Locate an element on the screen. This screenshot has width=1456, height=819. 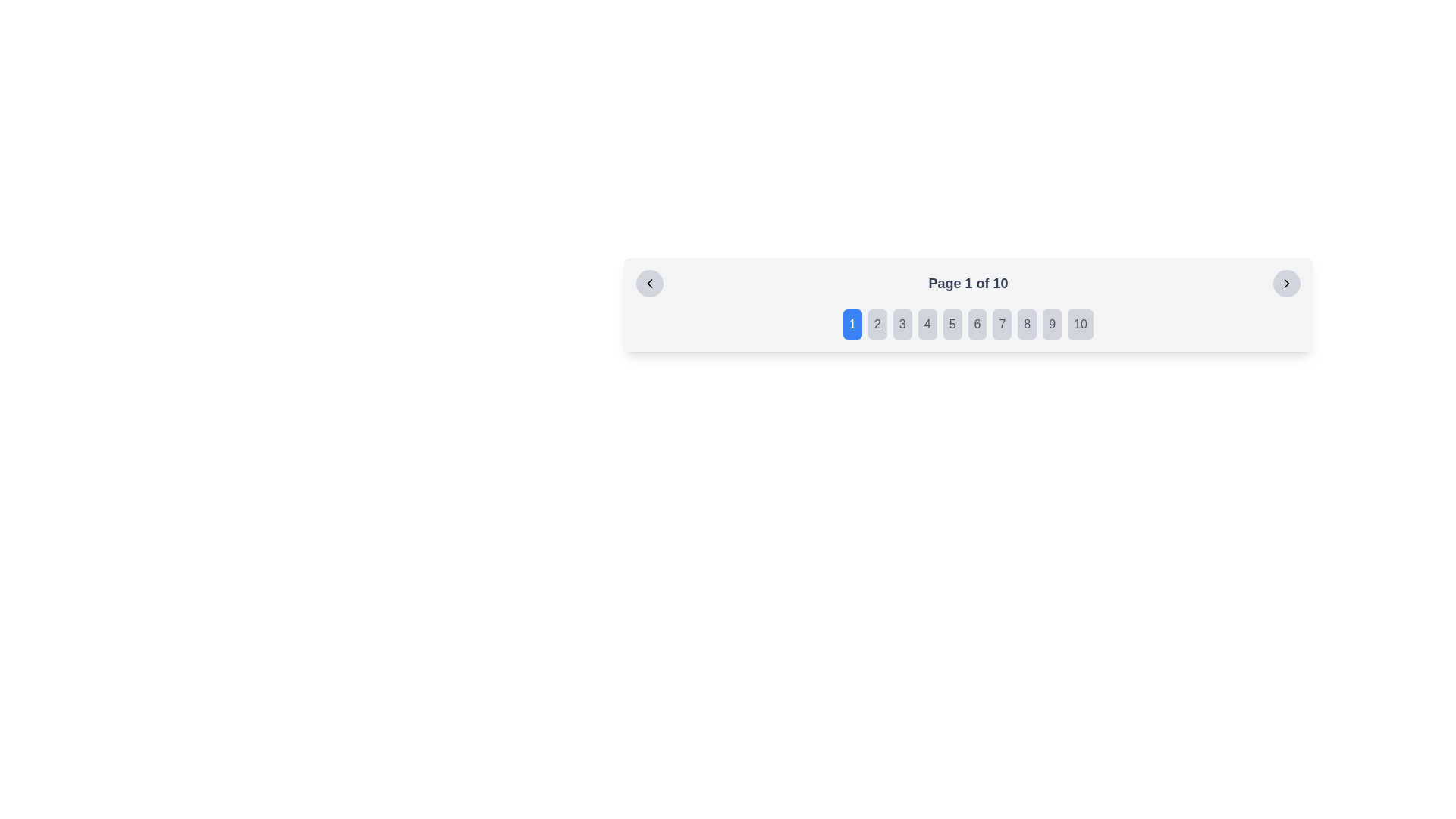
the circular button containing the right-facing chevron arrow icon at the top-right corner of the pagination control bar to trigger hover effects is located at coordinates (1285, 284).